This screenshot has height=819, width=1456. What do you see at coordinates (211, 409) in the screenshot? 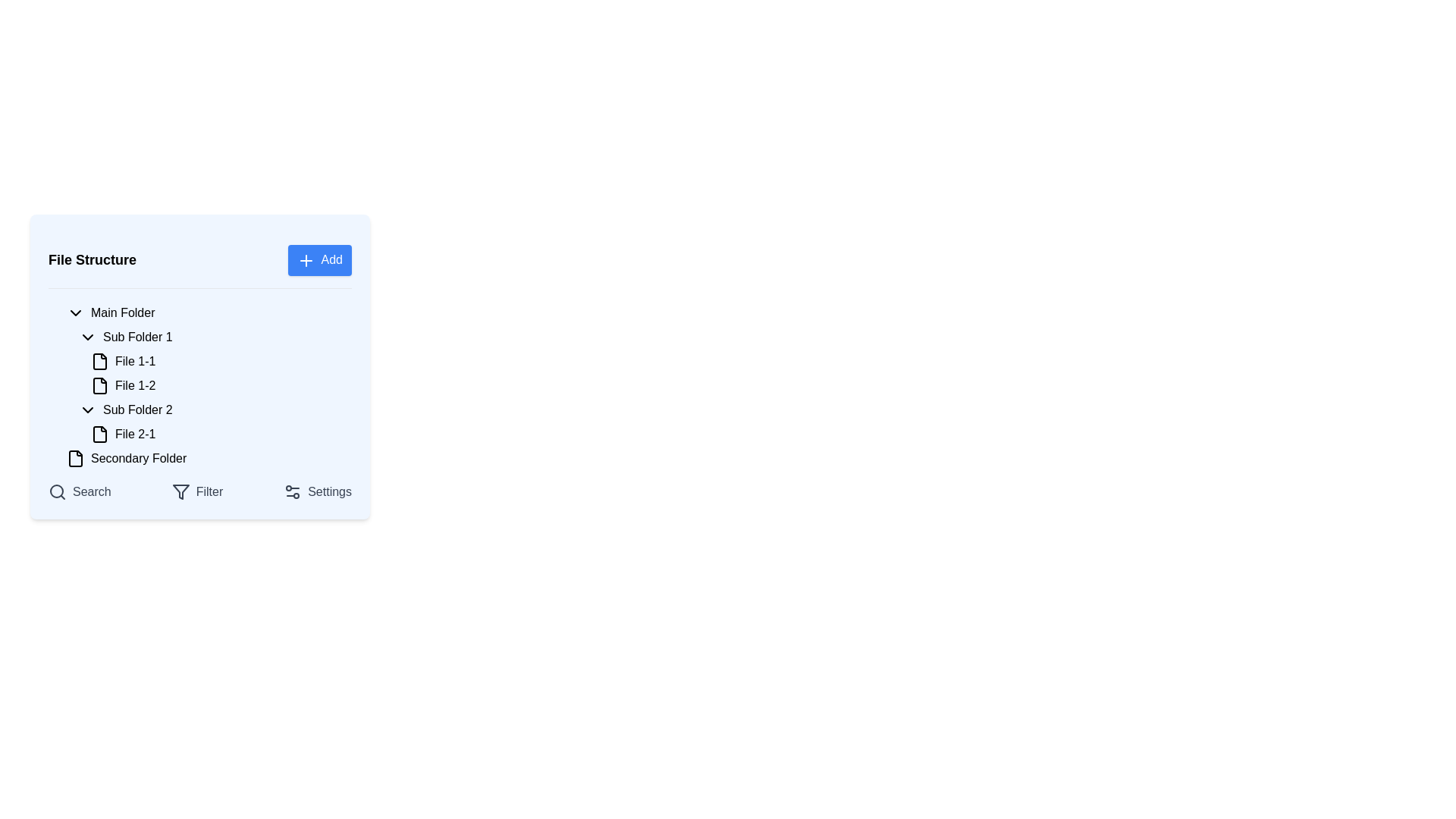
I see `the 'Sub Folder 2' collapsible folder item located under 'Sub Folder 1'` at bounding box center [211, 409].